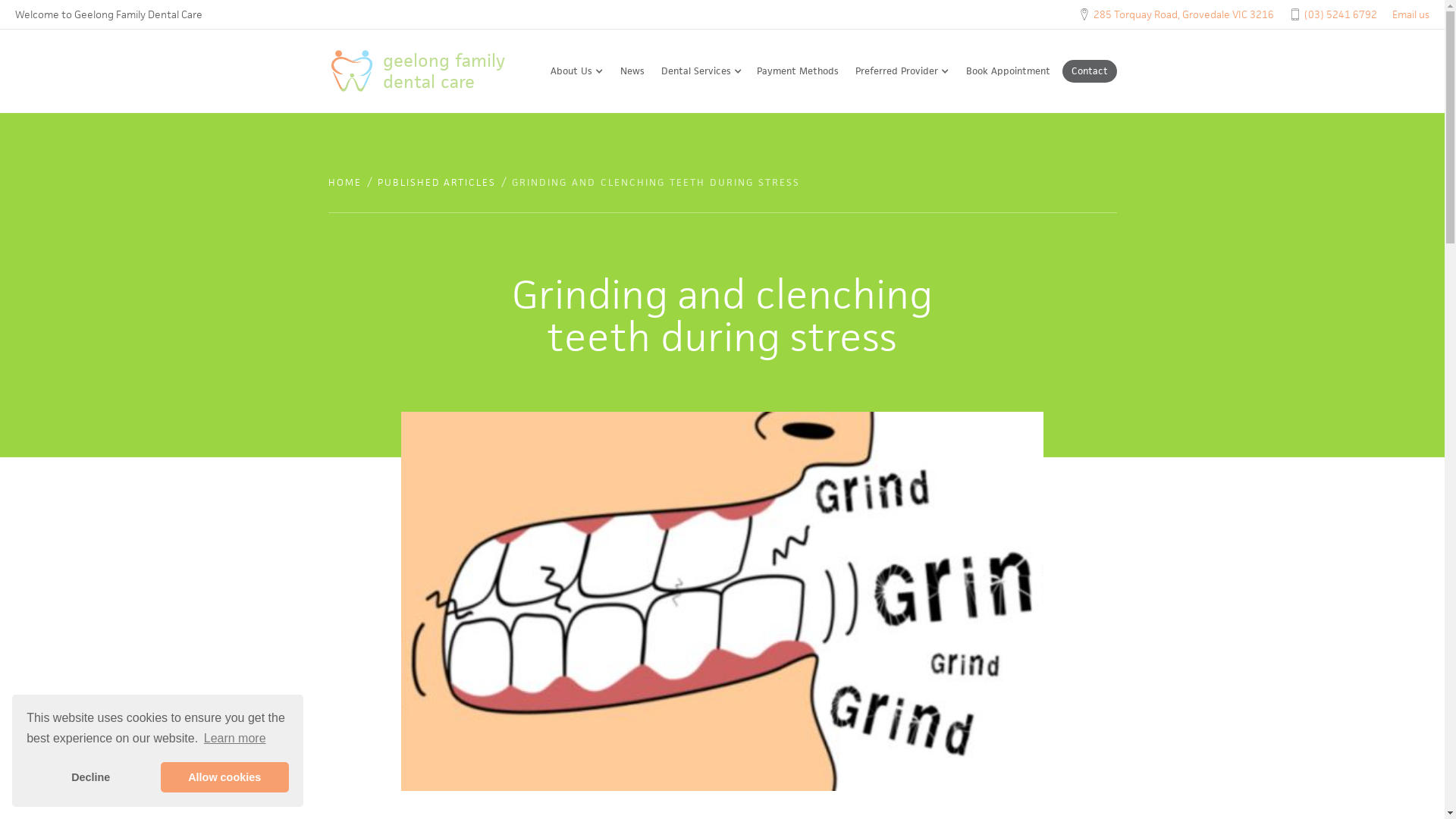 The image size is (1456, 819). I want to click on 'HOME', so click(327, 181).